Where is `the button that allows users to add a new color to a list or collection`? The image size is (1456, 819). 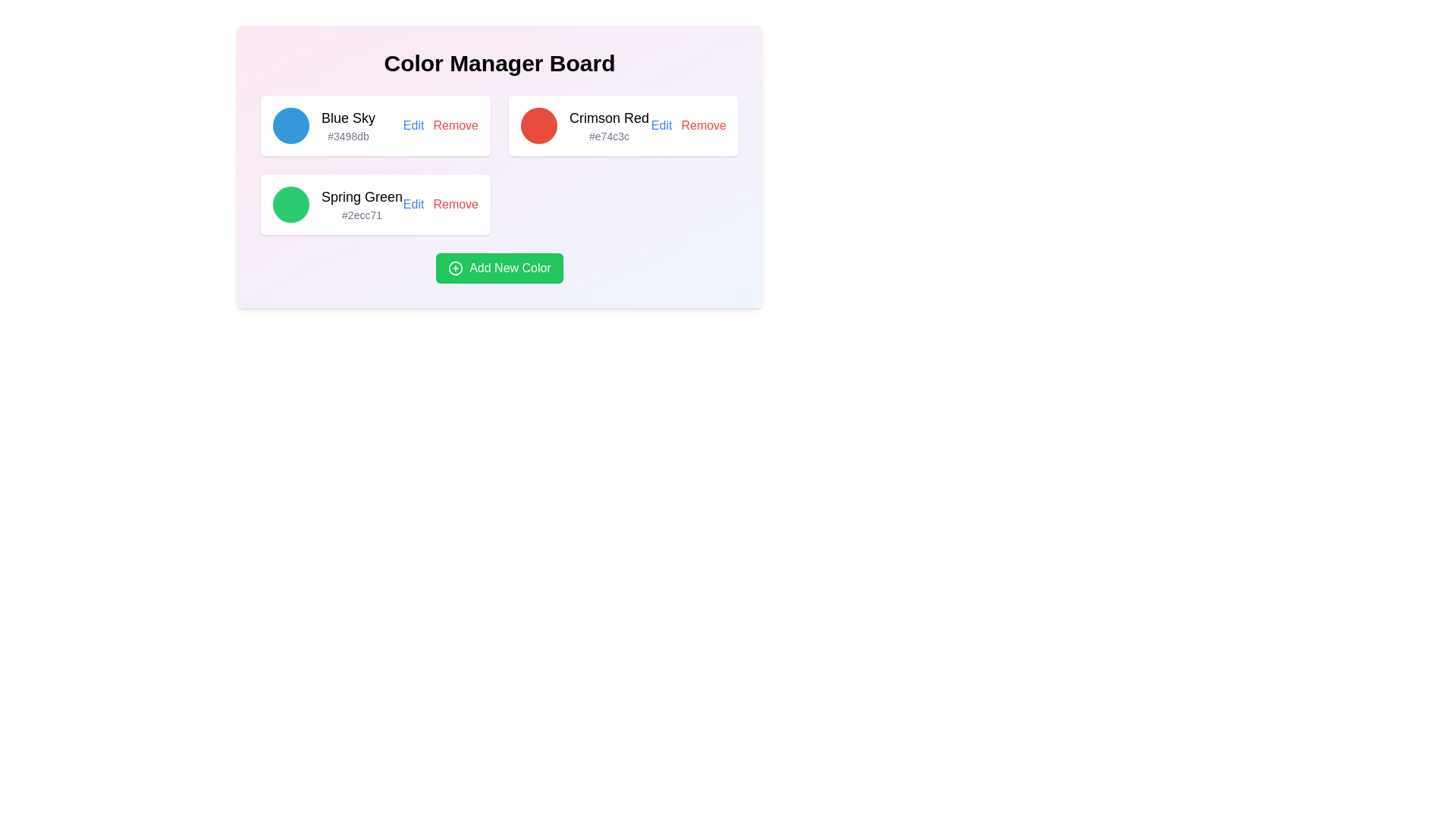 the button that allows users to add a new color to a list or collection is located at coordinates (499, 268).